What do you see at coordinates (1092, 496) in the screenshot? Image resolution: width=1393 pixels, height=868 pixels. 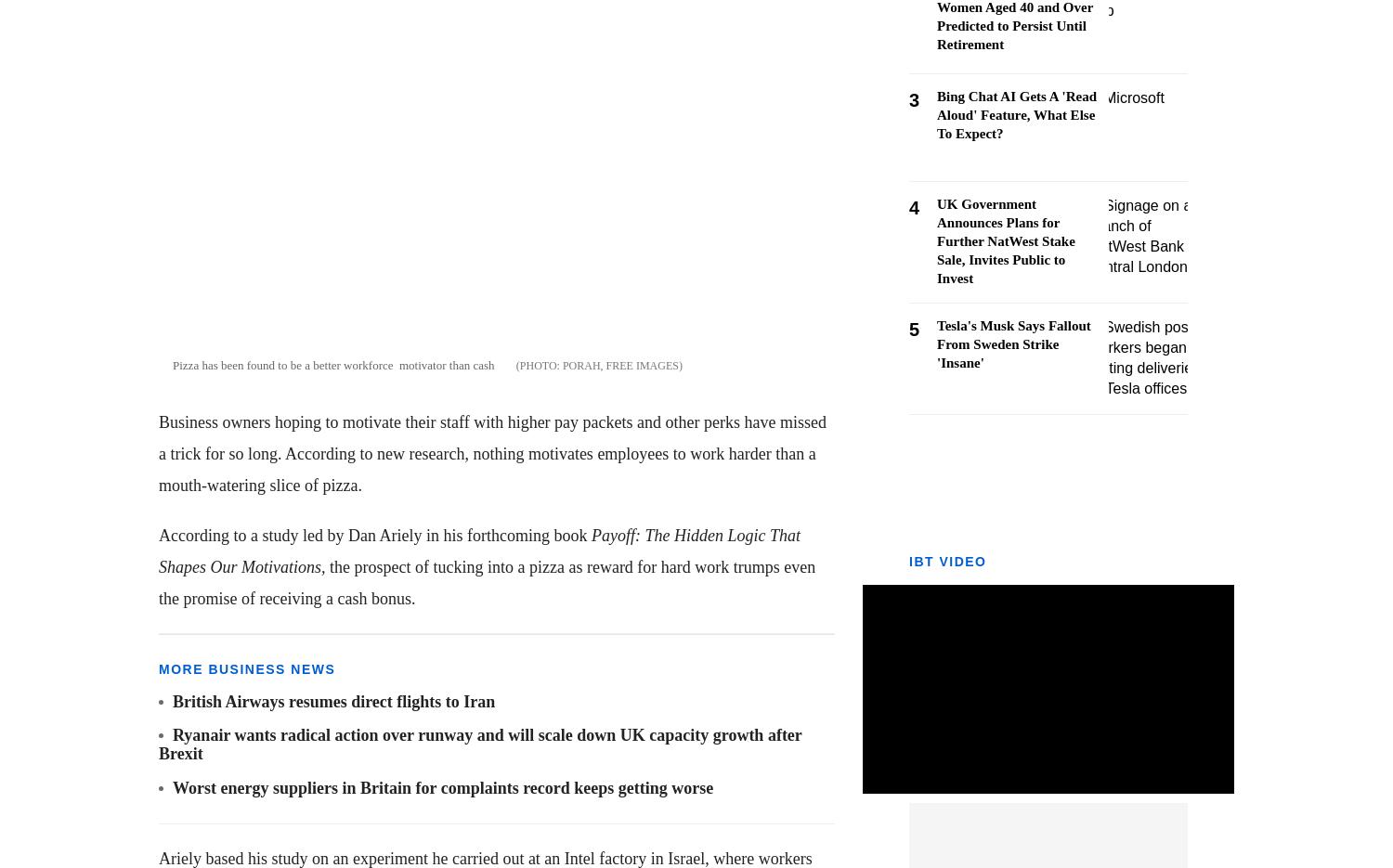 I see `'Sign Up Now'` at bounding box center [1092, 496].